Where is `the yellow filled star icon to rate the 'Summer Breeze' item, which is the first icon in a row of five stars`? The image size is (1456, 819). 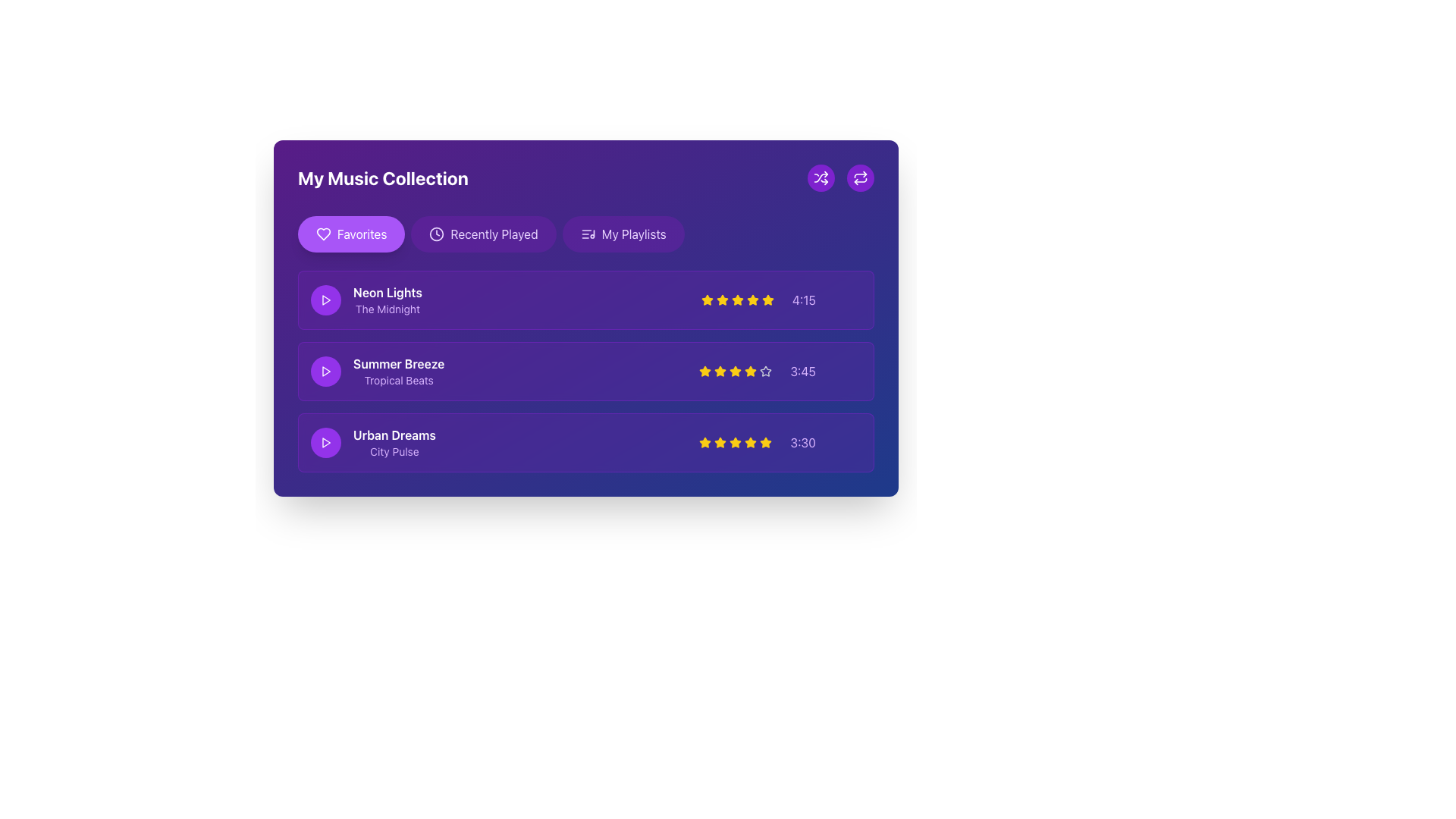
the yellow filled star icon to rate the 'Summer Breeze' item, which is the first icon in a row of five stars is located at coordinates (704, 371).